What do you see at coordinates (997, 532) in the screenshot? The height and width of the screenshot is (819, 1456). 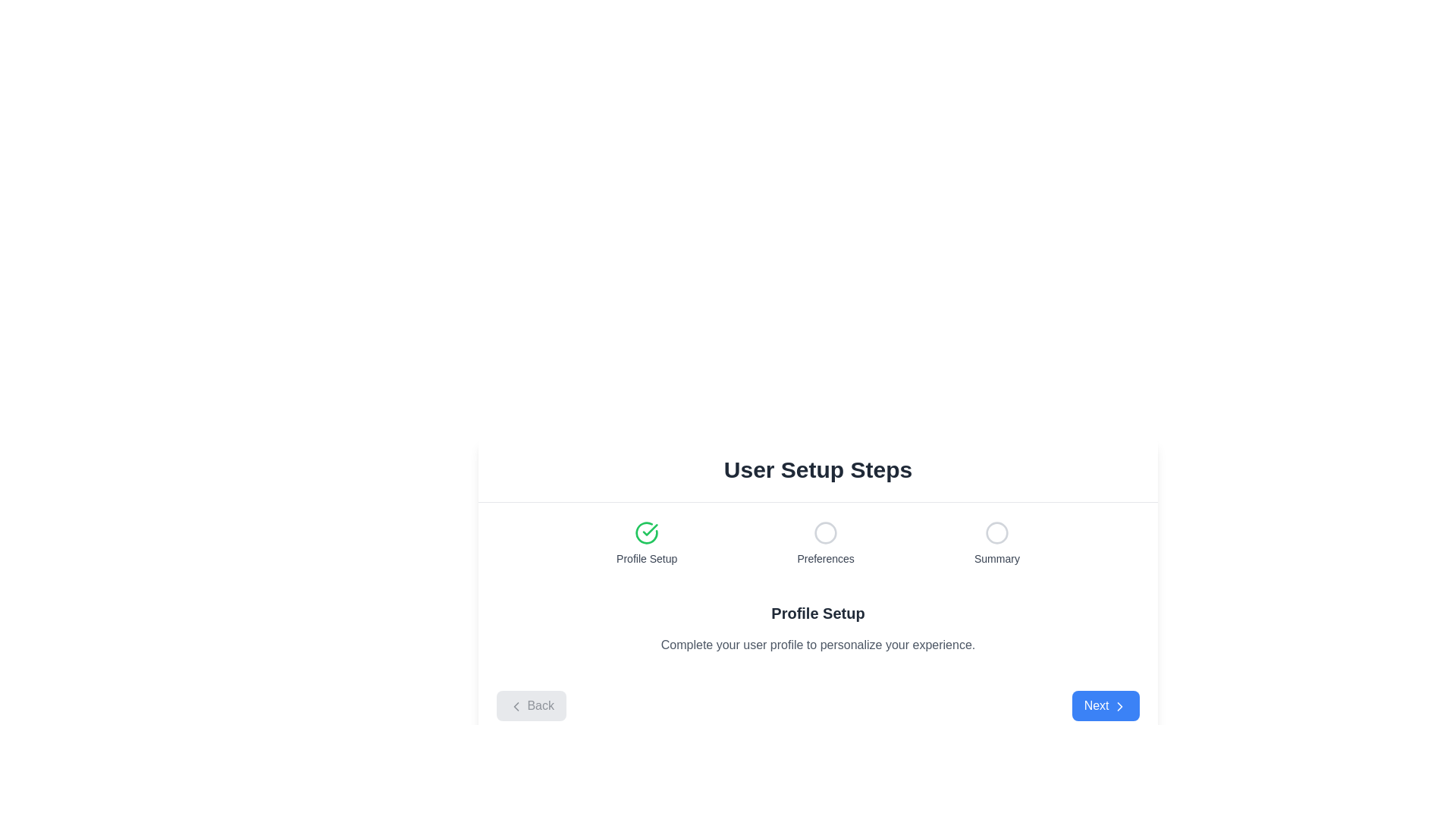 I see `the second circular icon with a gray border and white center located under the 'Summary' label in the step navigation section` at bounding box center [997, 532].